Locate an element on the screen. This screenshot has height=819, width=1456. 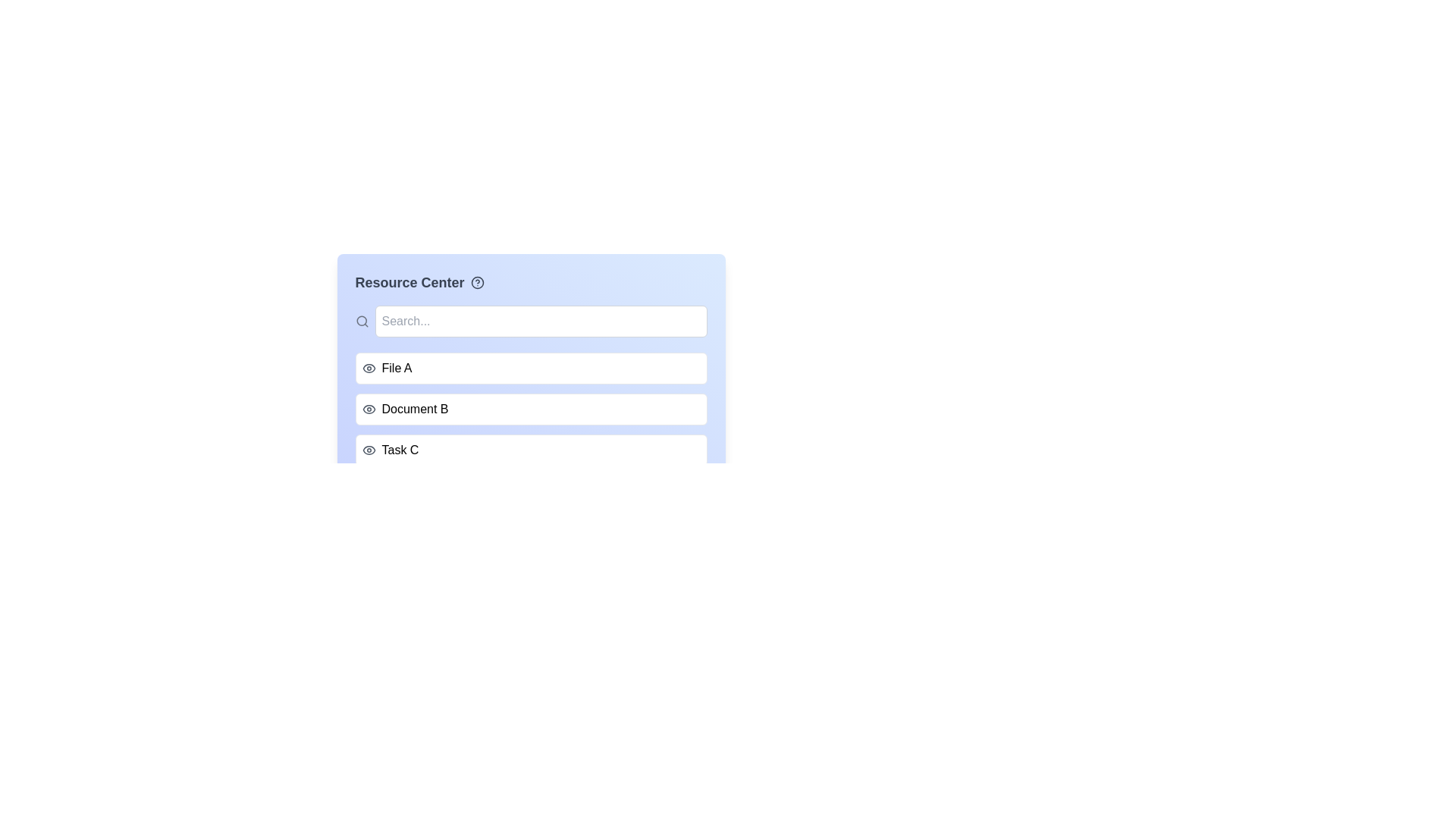
the outer circular boundary of the SVG icon associated with the 'Resource Center' title to indicate help or support functionality is located at coordinates (476, 283).